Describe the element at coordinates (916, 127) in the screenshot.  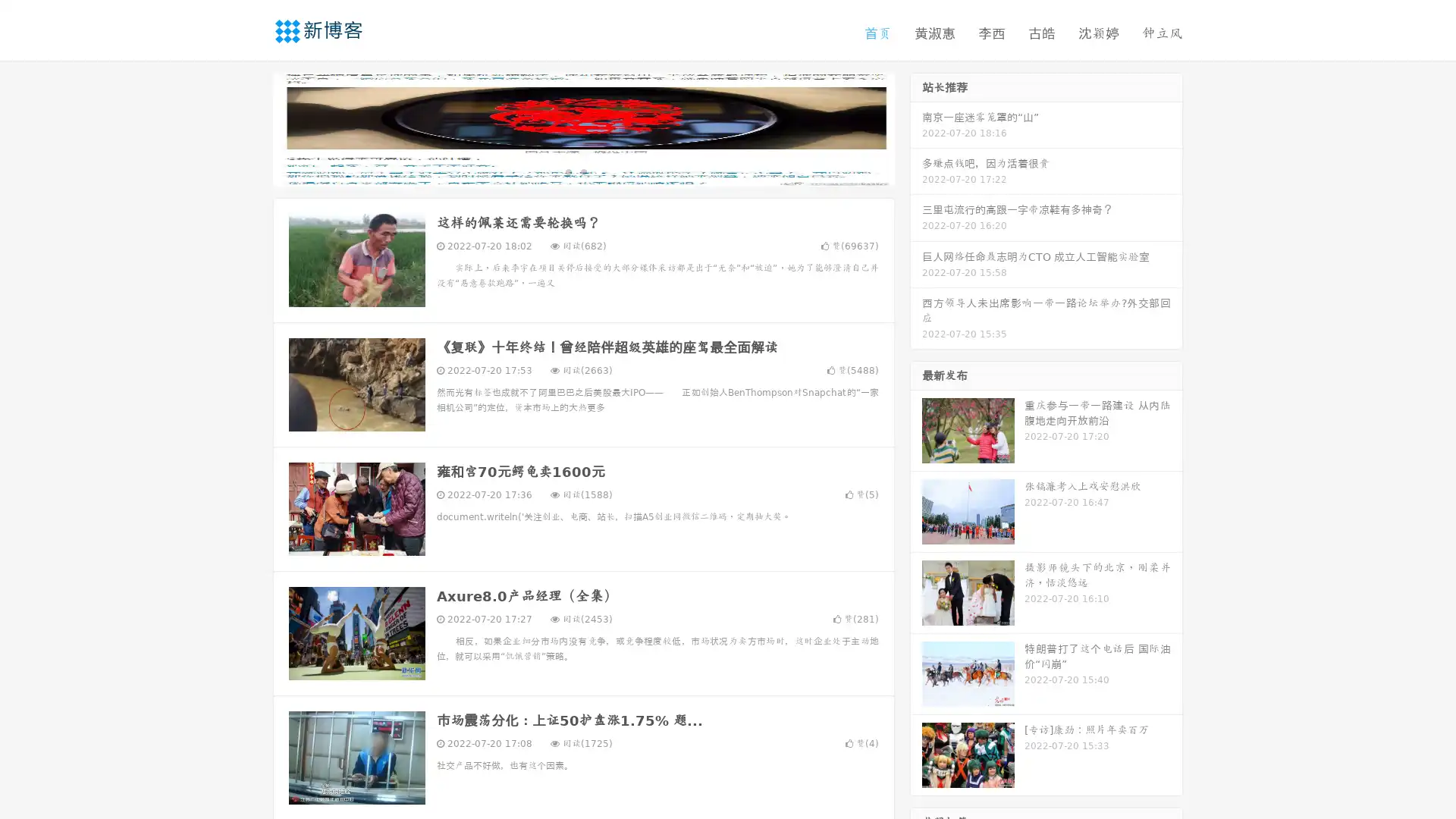
I see `Next slide` at that location.